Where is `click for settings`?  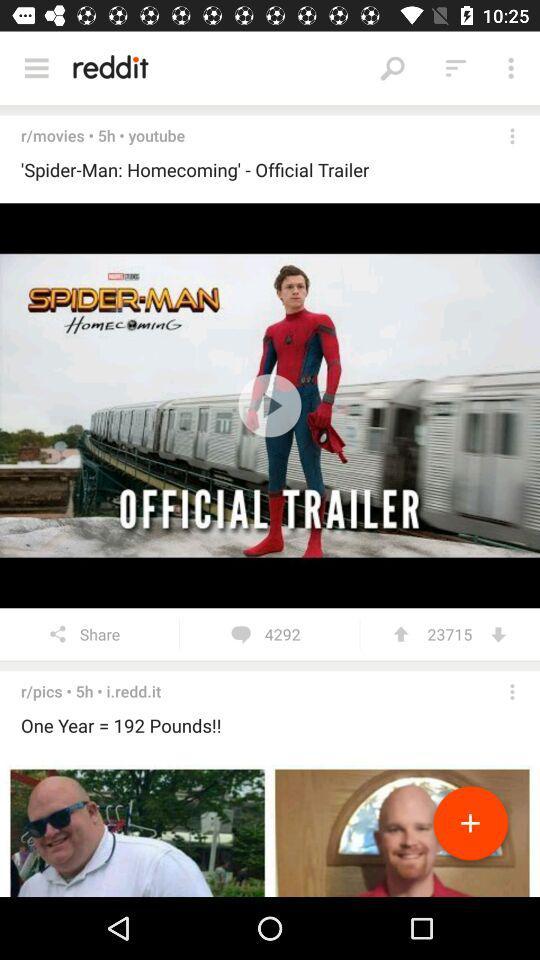 click for settings is located at coordinates (512, 135).